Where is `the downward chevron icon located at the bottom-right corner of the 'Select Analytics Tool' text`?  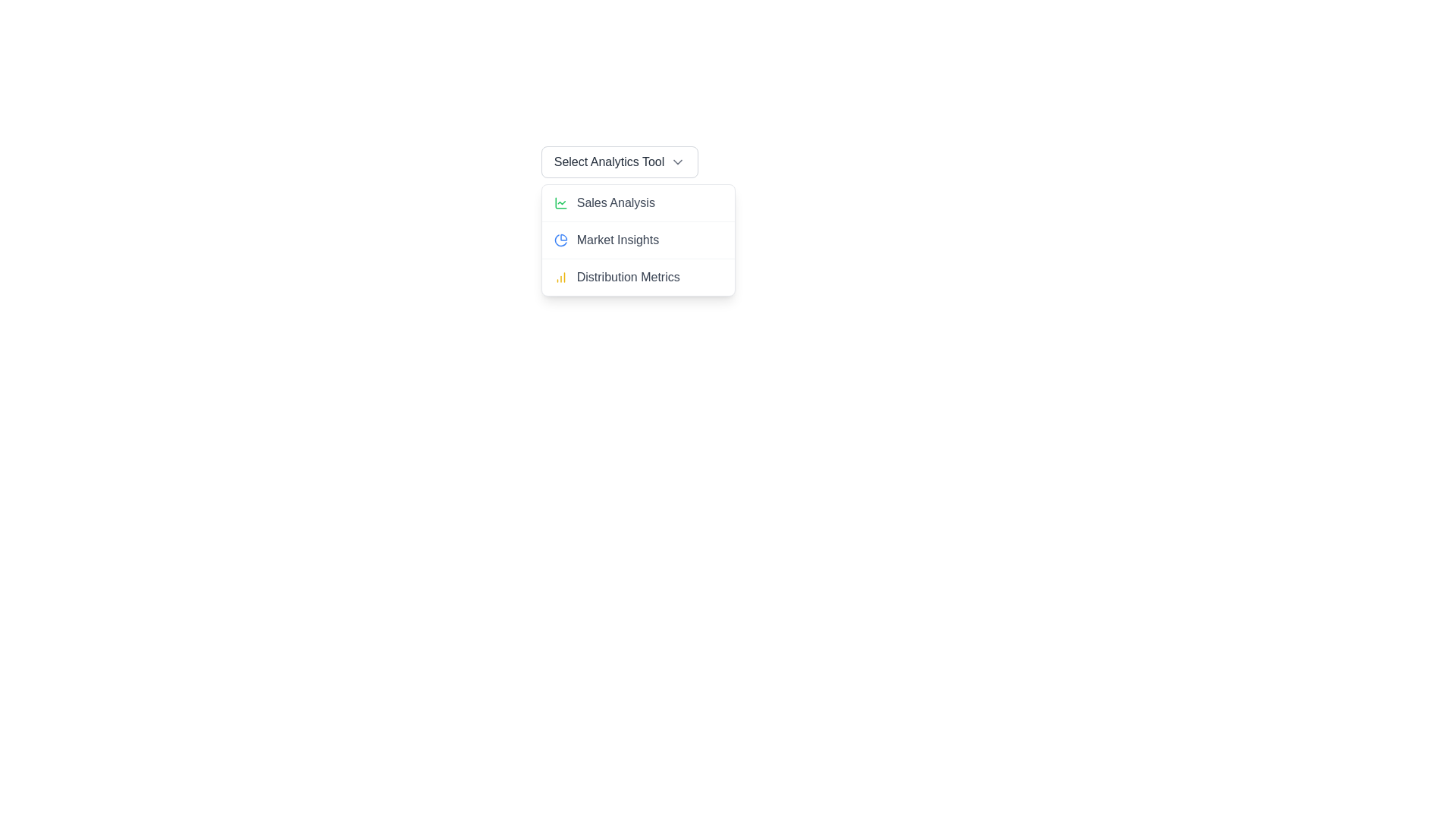 the downward chevron icon located at the bottom-right corner of the 'Select Analytics Tool' text is located at coordinates (677, 162).